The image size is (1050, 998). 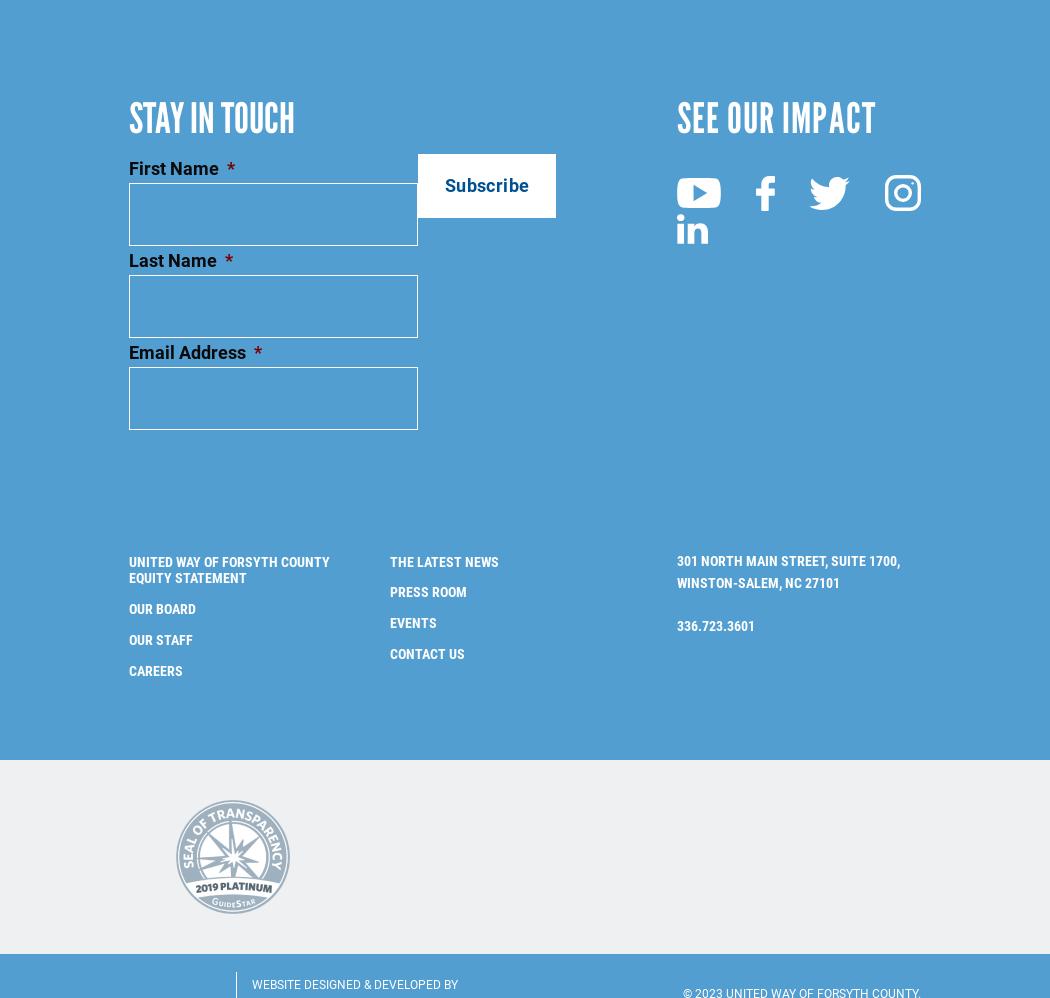 What do you see at coordinates (173, 227) in the screenshot?
I see `'Last Name'` at bounding box center [173, 227].